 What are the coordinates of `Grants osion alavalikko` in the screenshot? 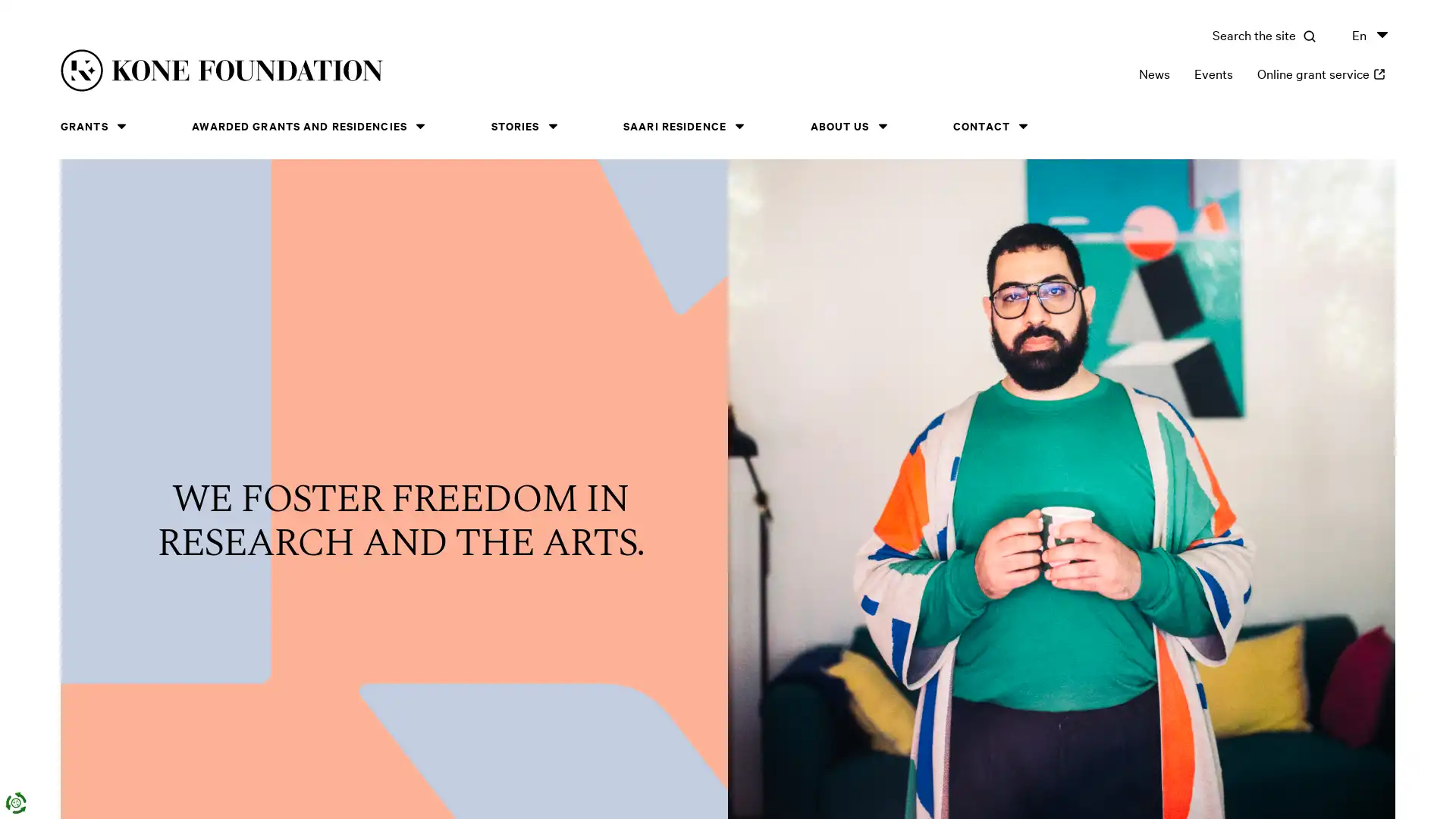 It's located at (120, 125).